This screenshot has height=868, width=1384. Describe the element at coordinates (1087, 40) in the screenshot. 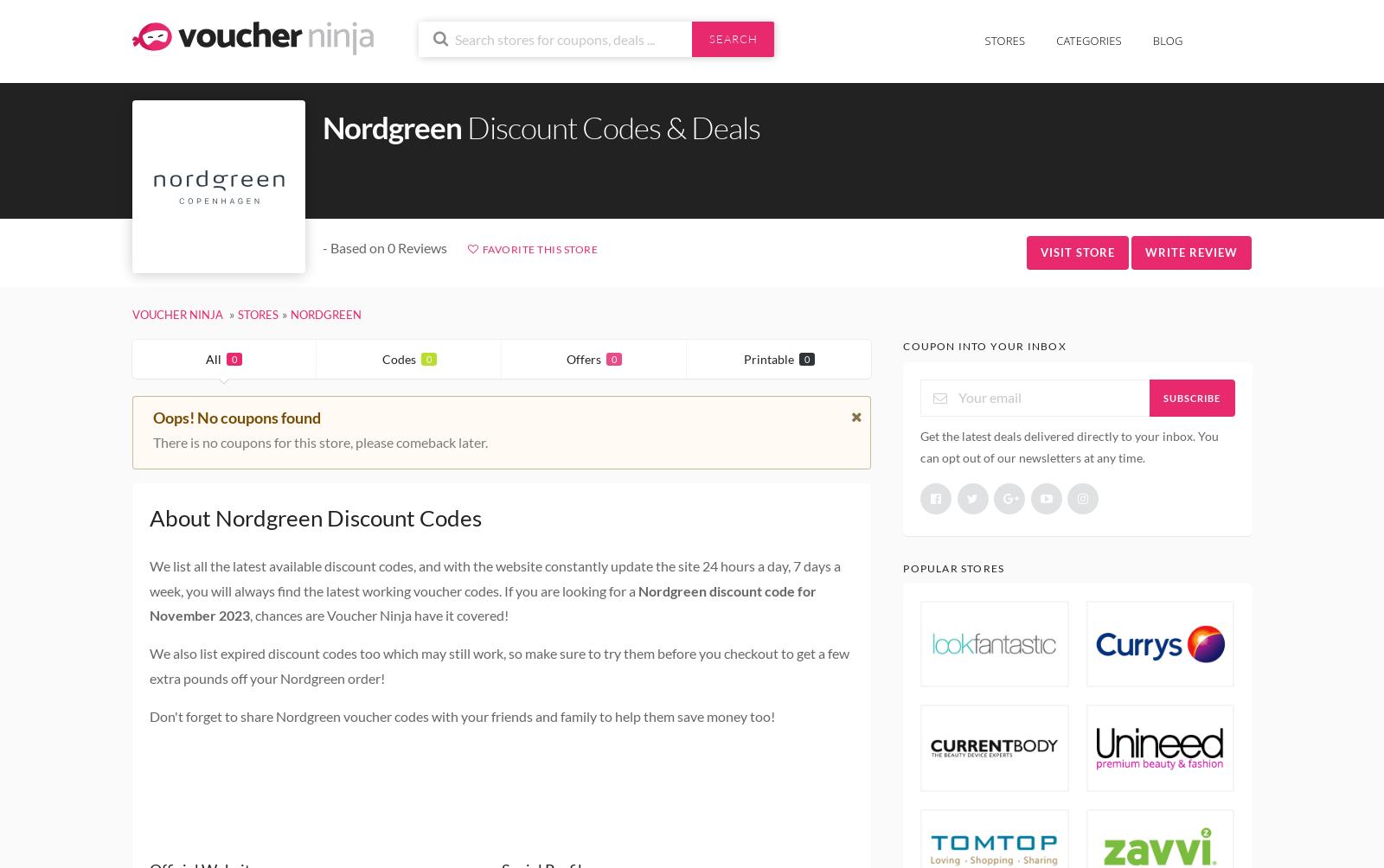

I see `'Categories'` at that location.